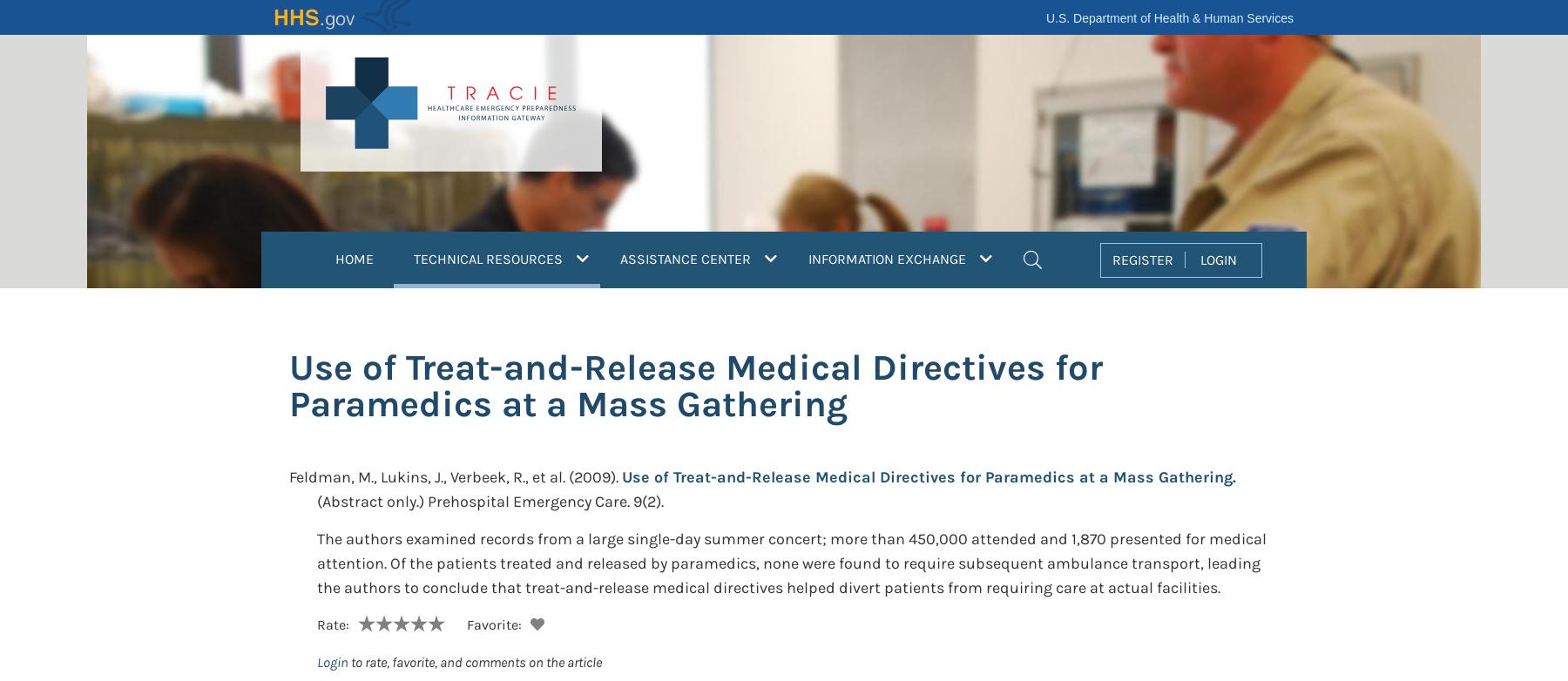 This screenshot has height=681, width=1568. What do you see at coordinates (696, 385) in the screenshot?
I see `'Use of Treat-and-Release Medical Directives for Paramedics at a Mass Gathering'` at bounding box center [696, 385].